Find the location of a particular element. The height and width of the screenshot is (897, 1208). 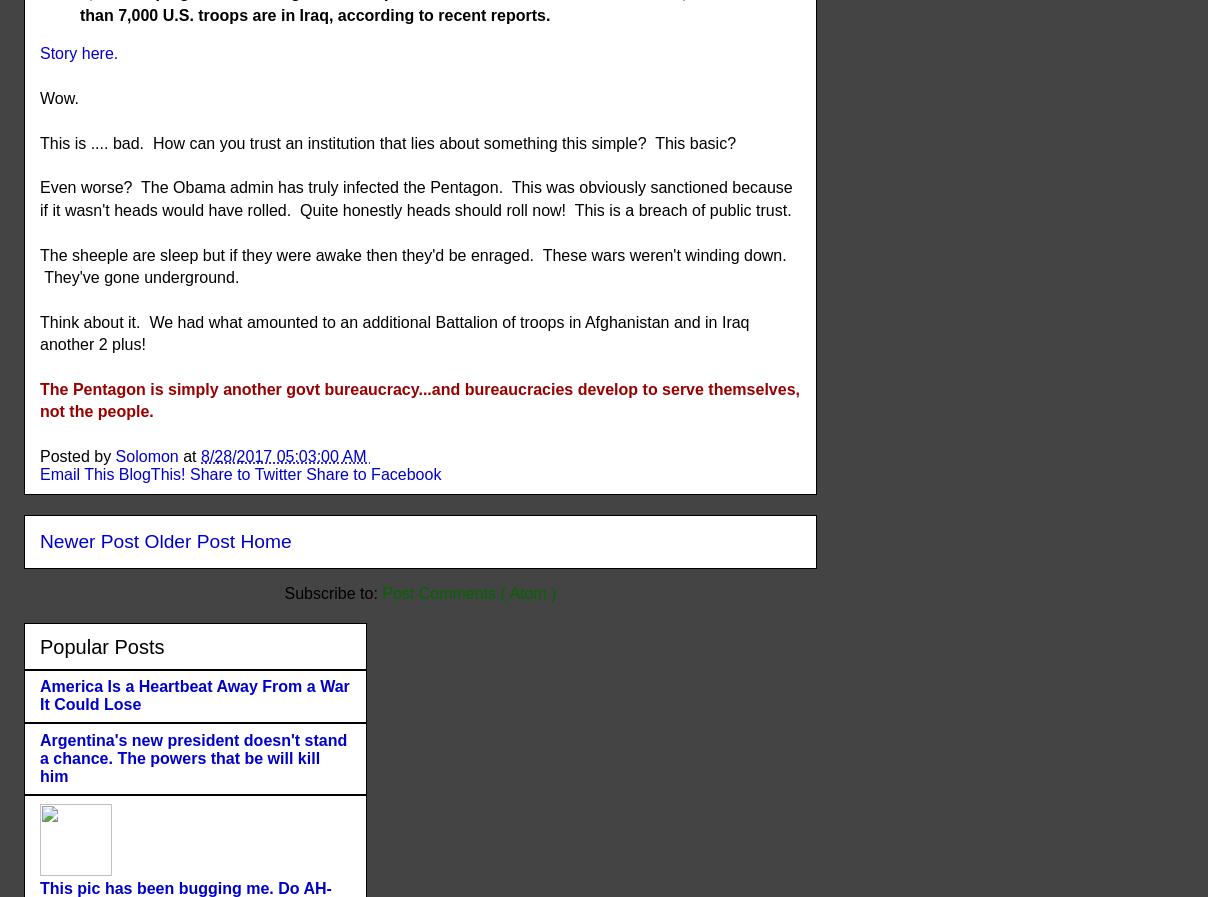

'Home' is located at coordinates (240, 540).